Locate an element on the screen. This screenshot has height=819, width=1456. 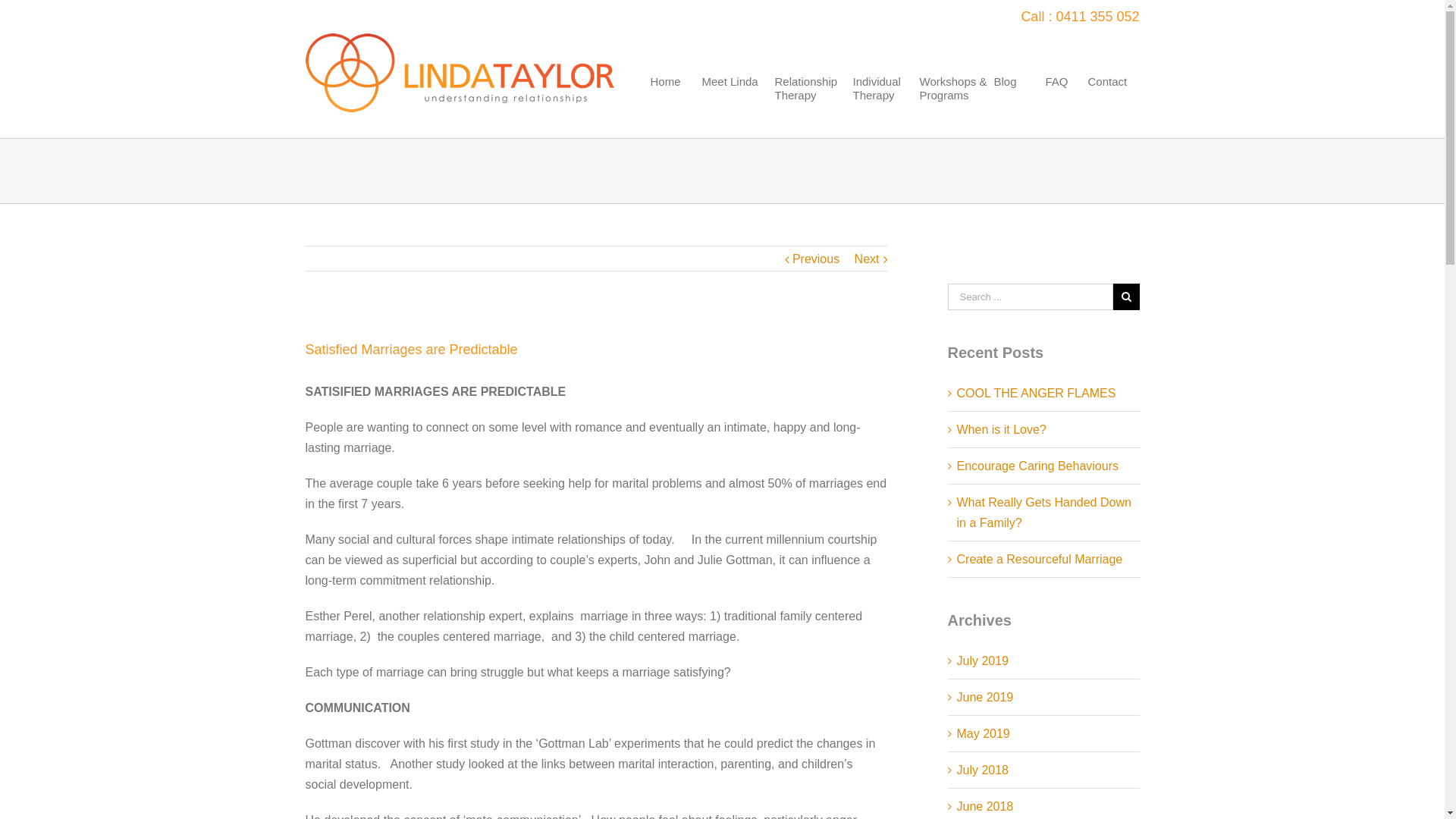
'Workshops & Programs' is located at coordinates (952, 105).